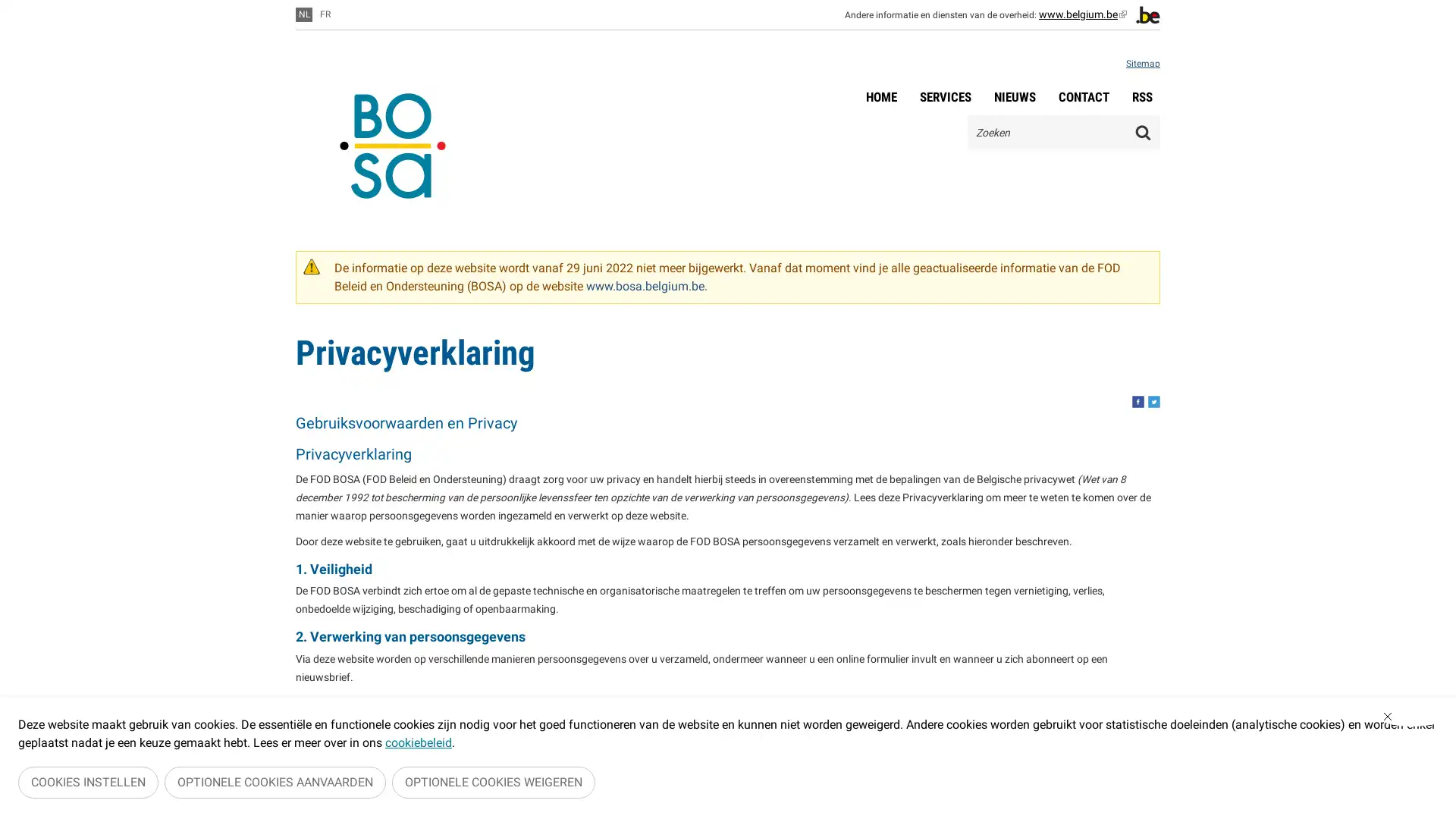 This screenshot has width=1456, height=819. Describe the element at coordinates (1138, 400) in the screenshot. I see `Share this, facebook. This button opens a new window` at that location.